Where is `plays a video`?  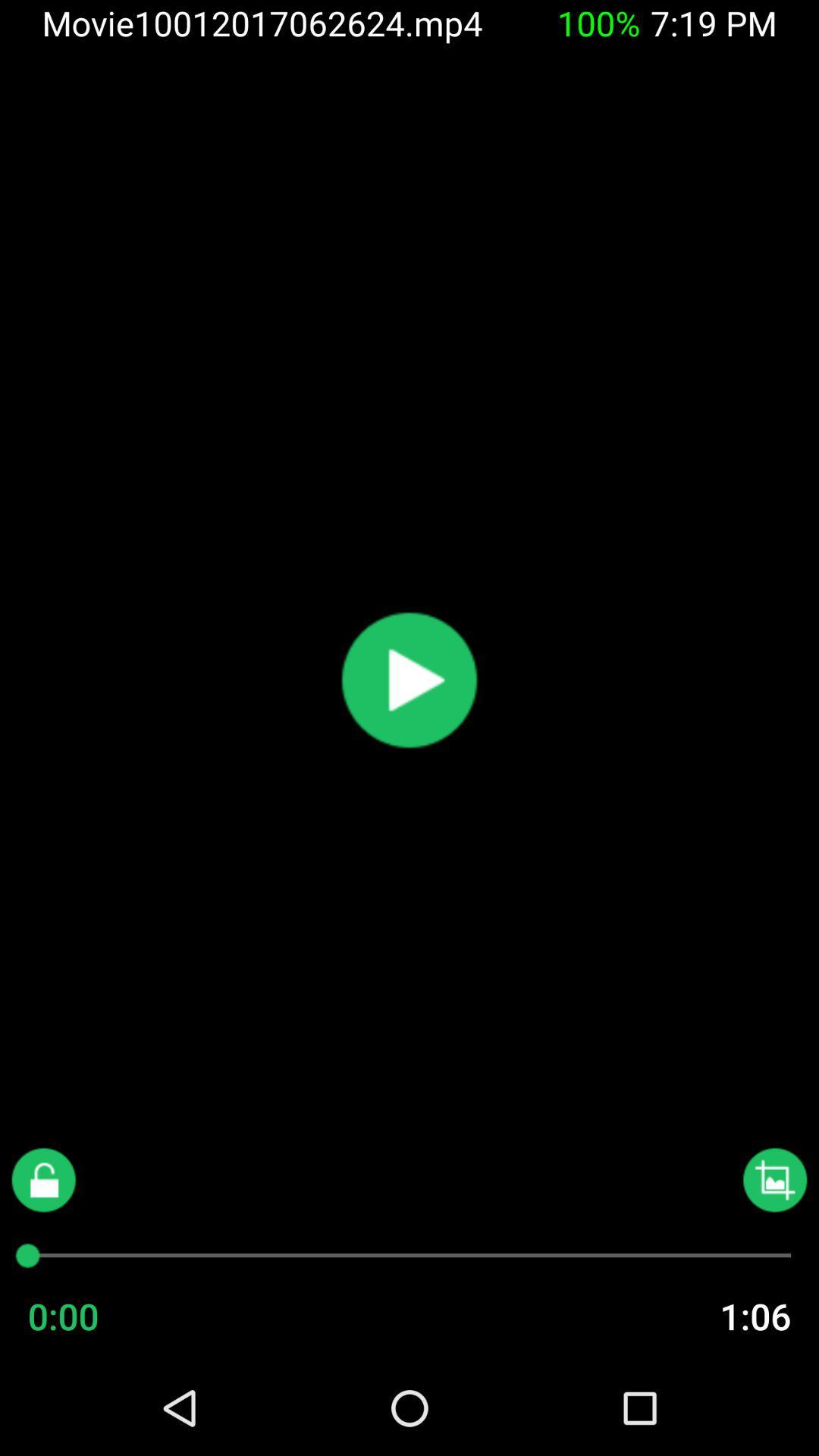 plays a video is located at coordinates (409, 679).